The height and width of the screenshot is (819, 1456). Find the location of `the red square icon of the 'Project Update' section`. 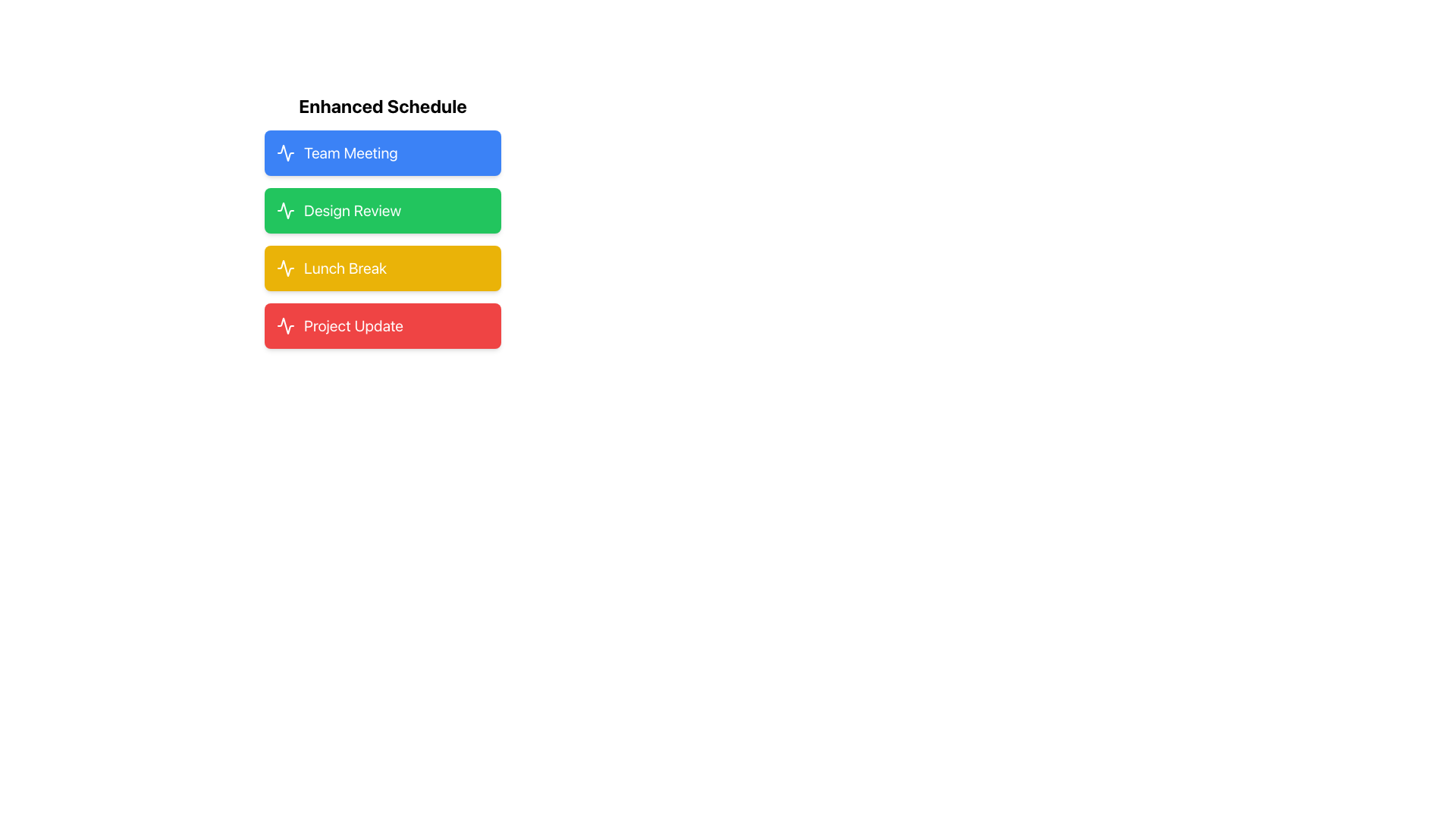

the red square icon of the 'Project Update' section is located at coordinates (286, 325).